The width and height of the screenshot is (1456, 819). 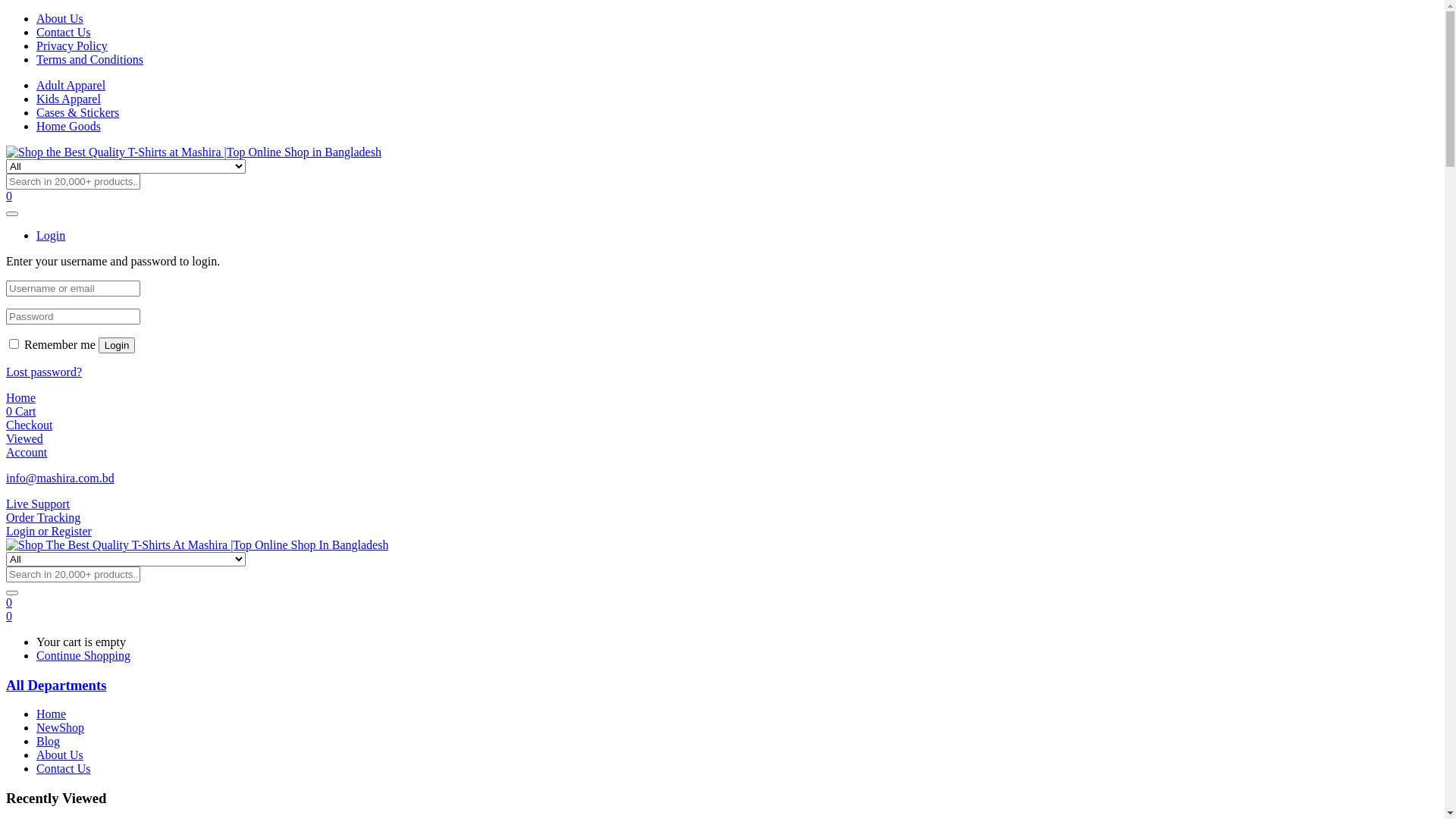 What do you see at coordinates (29, 425) in the screenshot?
I see `'Checkout'` at bounding box center [29, 425].